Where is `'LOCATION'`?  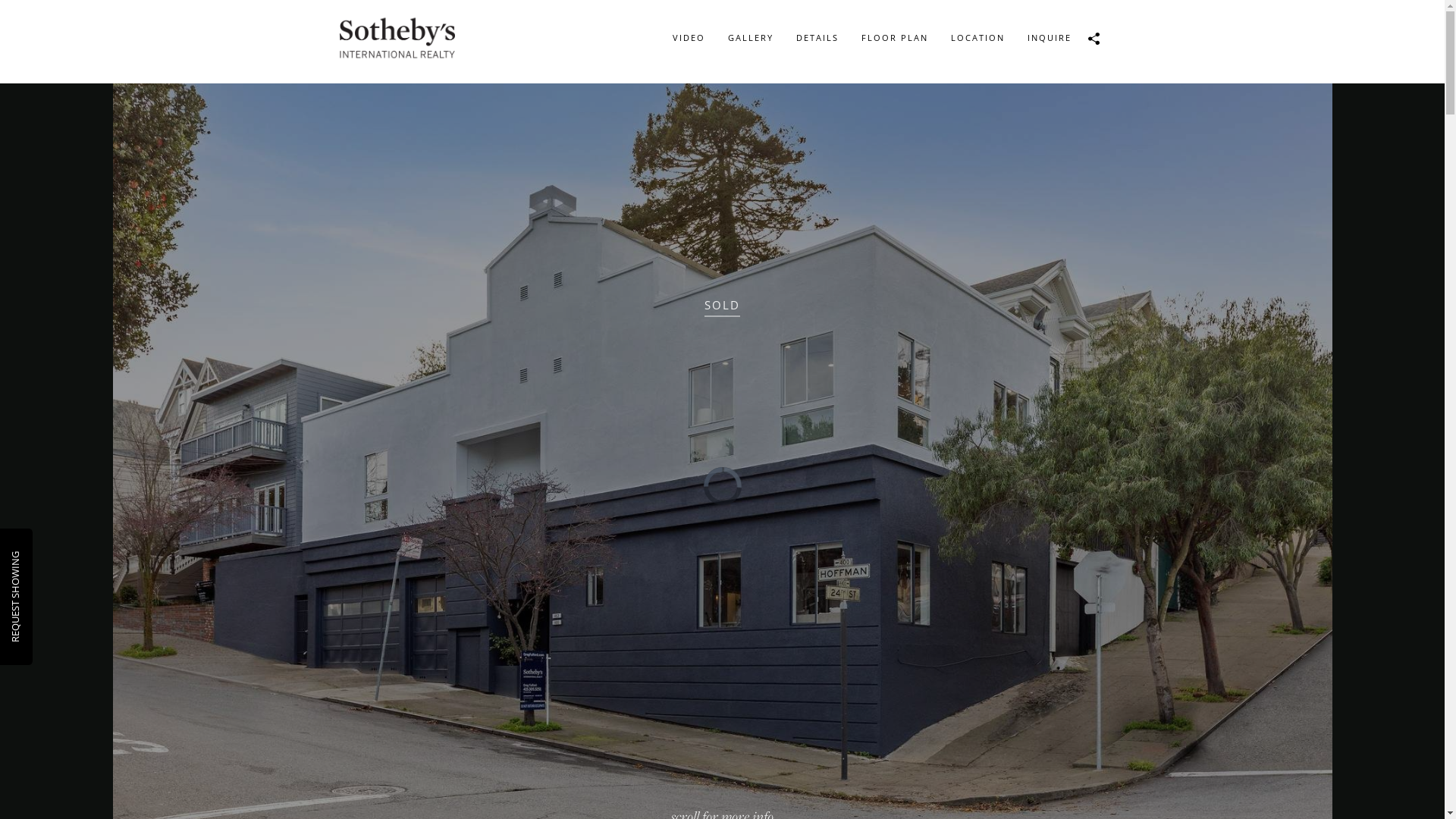 'LOCATION' is located at coordinates (977, 37).